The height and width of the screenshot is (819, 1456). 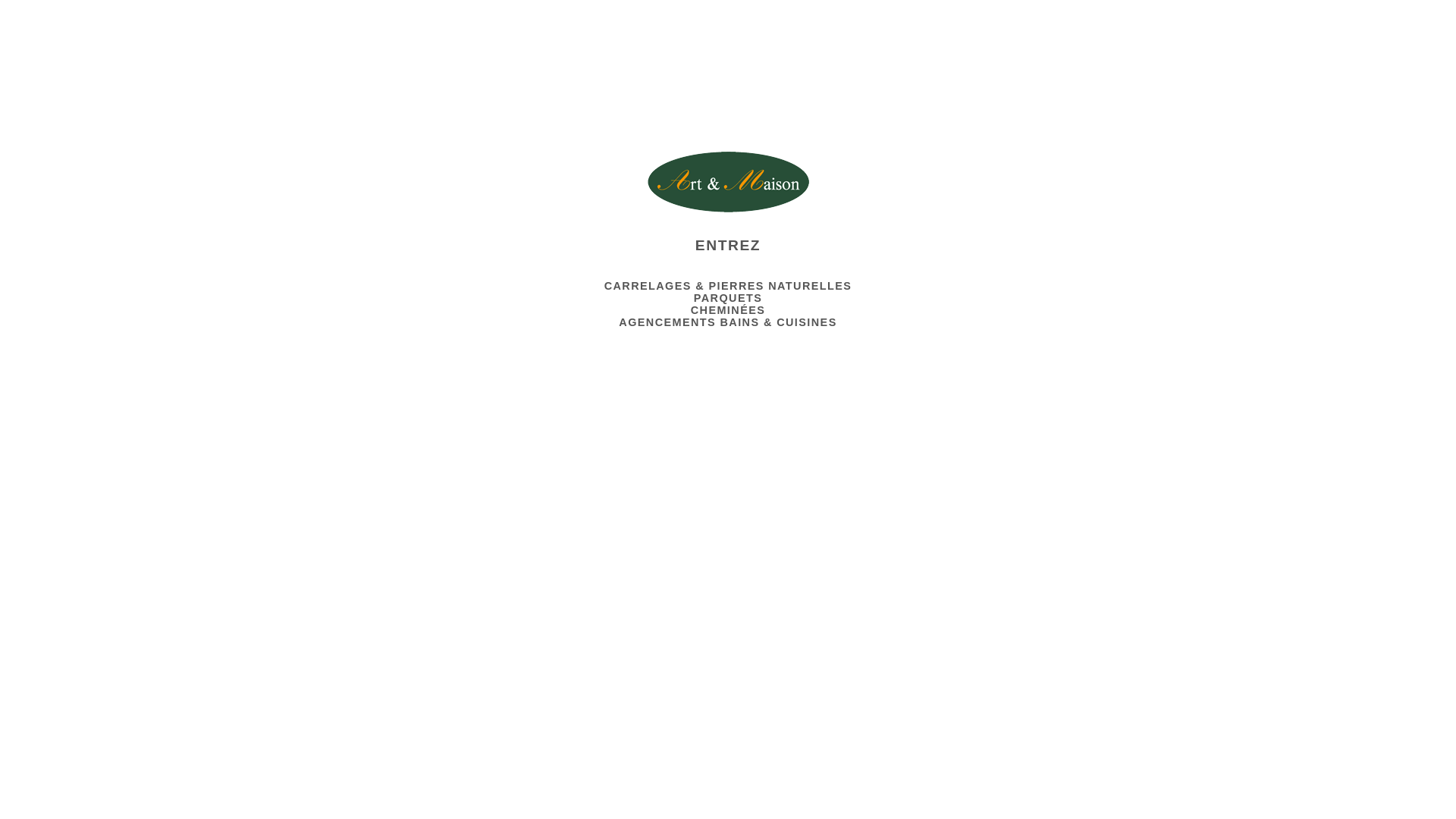 What do you see at coordinates (648, 180) in the screenshot?
I see `'Entrez sur Art et Maison'` at bounding box center [648, 180].